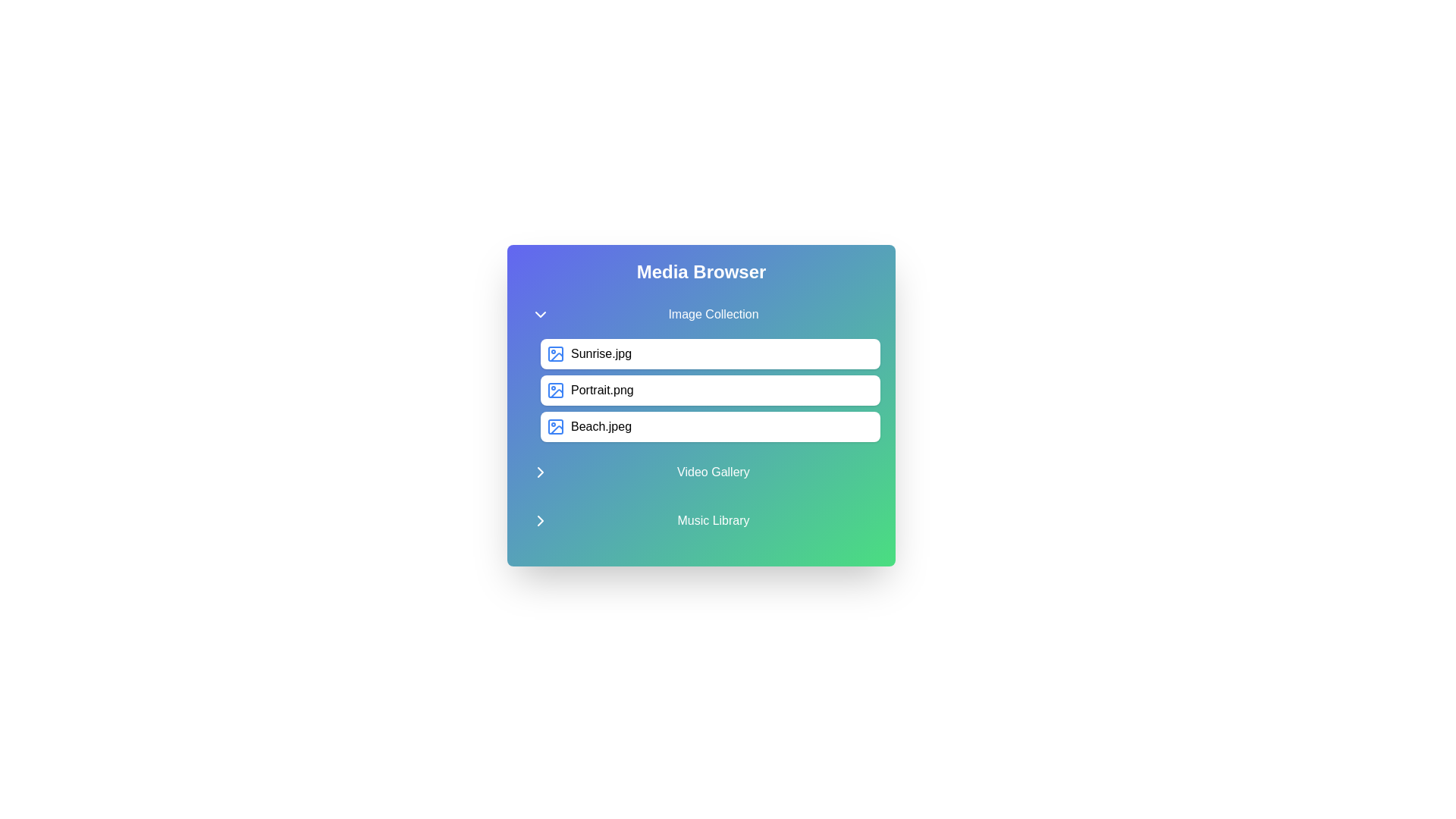  Describe the element at coordinates (701, 519) in the screenshot. I see `the category title Music Library to toggle its state` at that location.